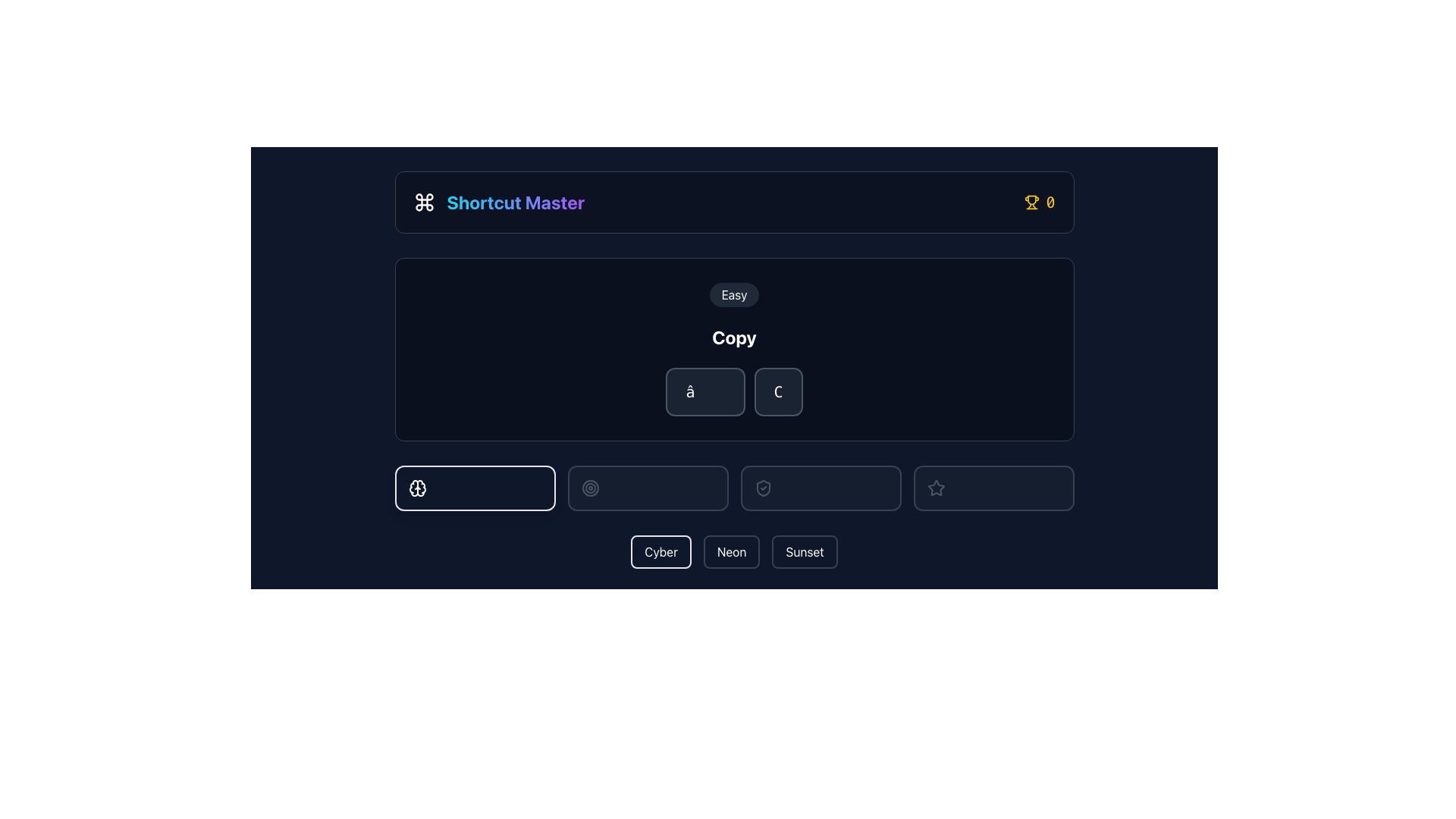 Image resolution: width=1456 pixels, height=819 pixels. Describe the element at coordinates (734, 552) in the screenshot. I see `the selectable button located at the bottom of the layout, positioned between 'Cyber' and 'Sunset' segments` at that location.